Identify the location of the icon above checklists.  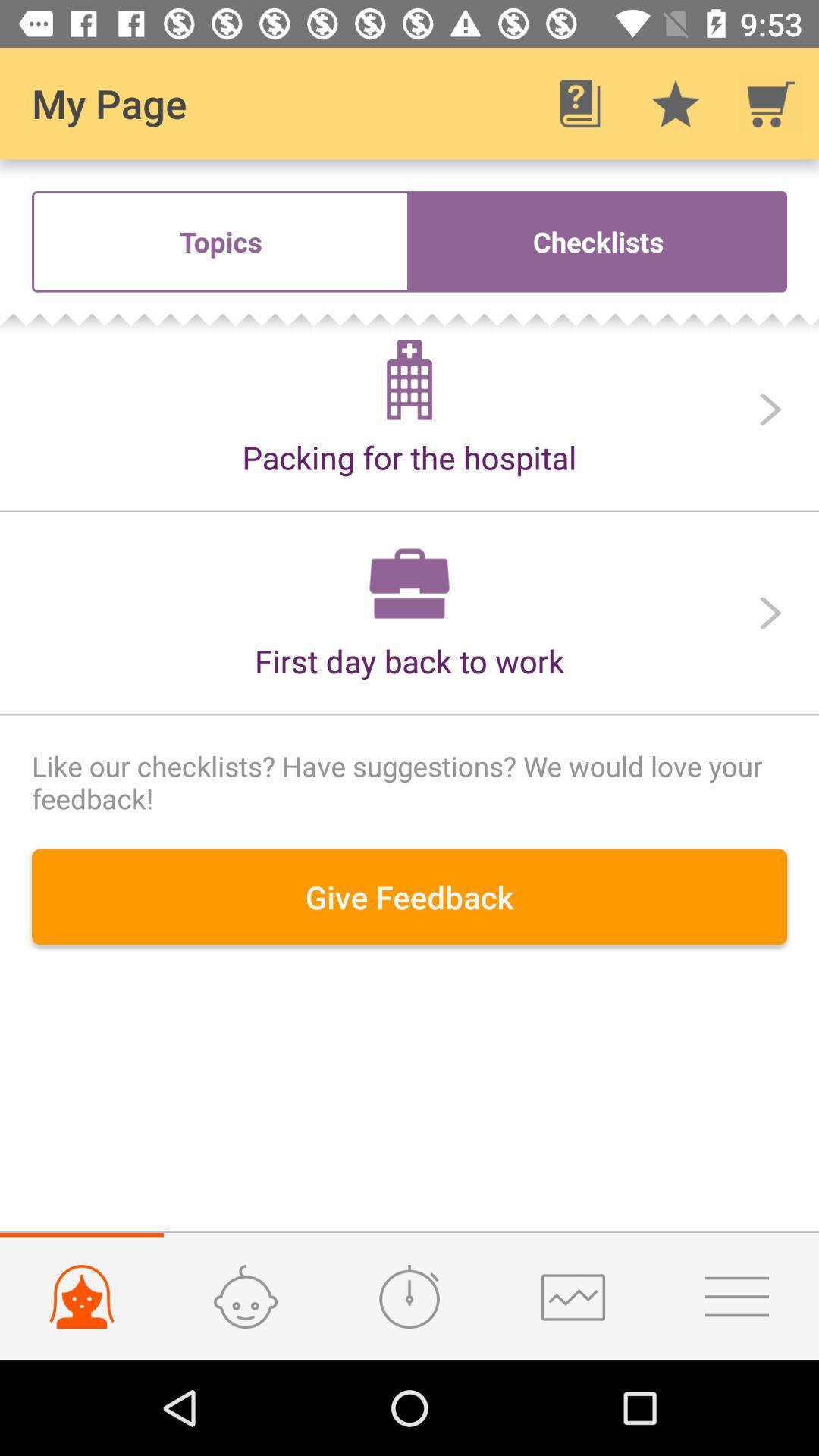
(579, 102).